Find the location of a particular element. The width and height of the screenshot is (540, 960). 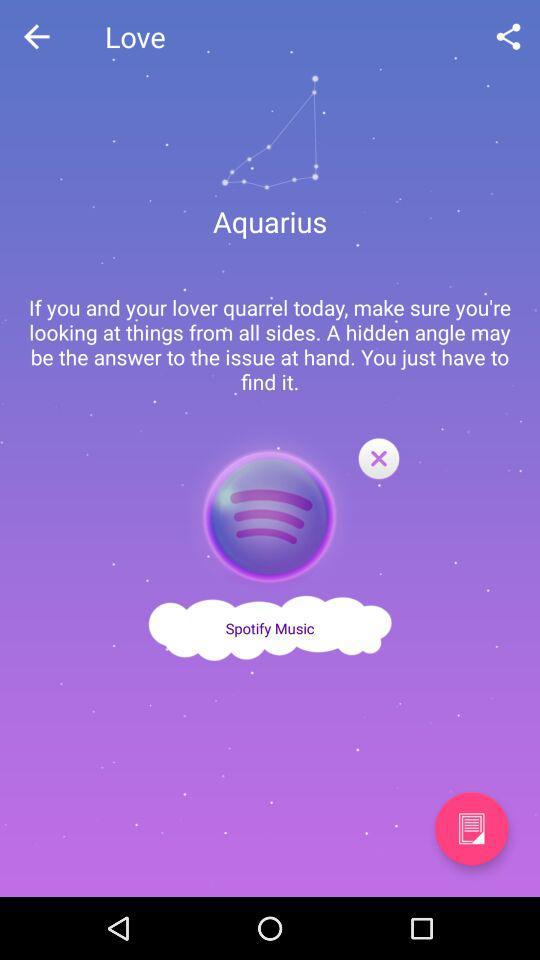

the close icon is located at coordinates (378, 459).